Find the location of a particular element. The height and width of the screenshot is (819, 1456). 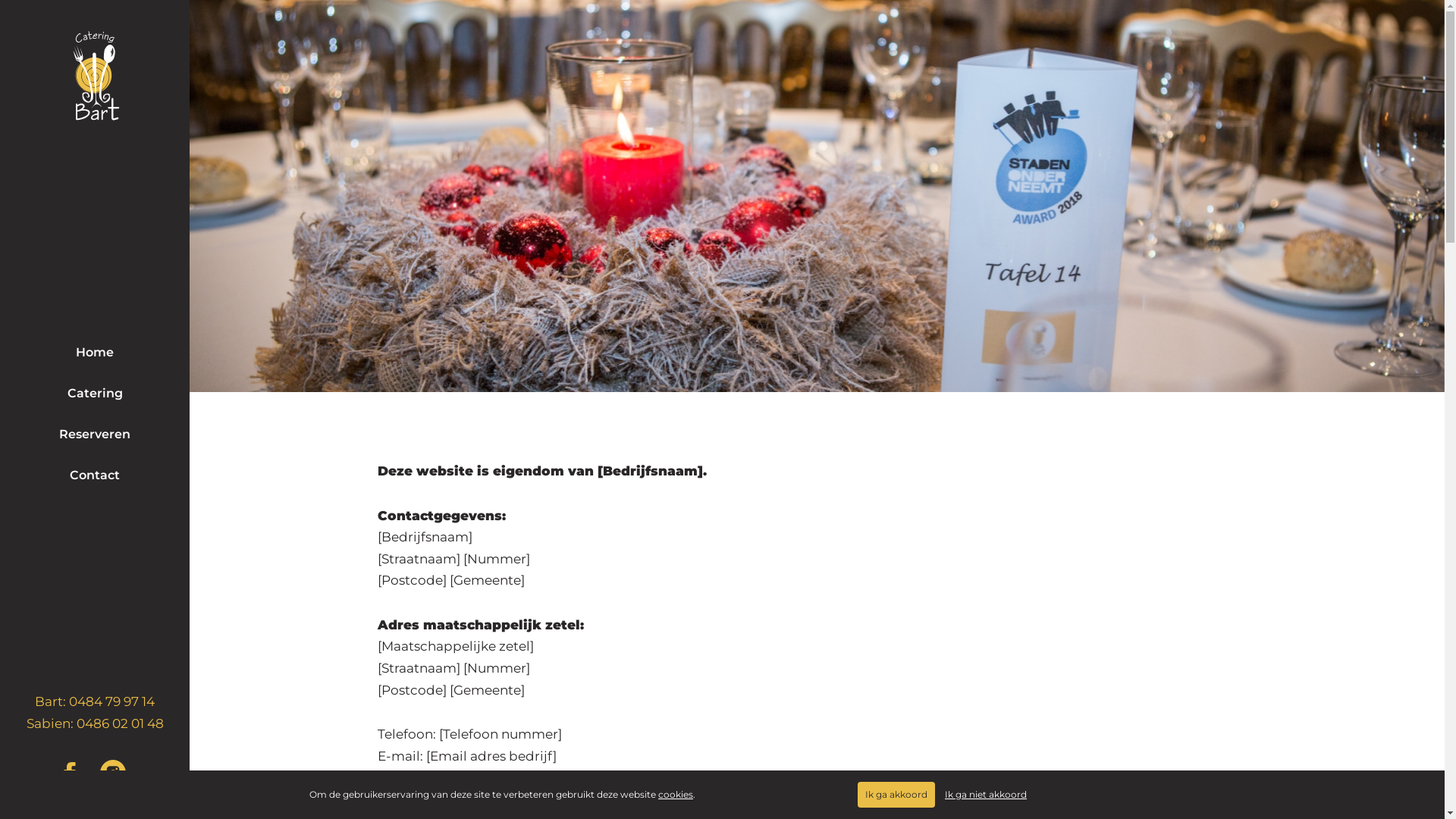

'Ik ga niet akkoord' is located at coordinates (986, 793).